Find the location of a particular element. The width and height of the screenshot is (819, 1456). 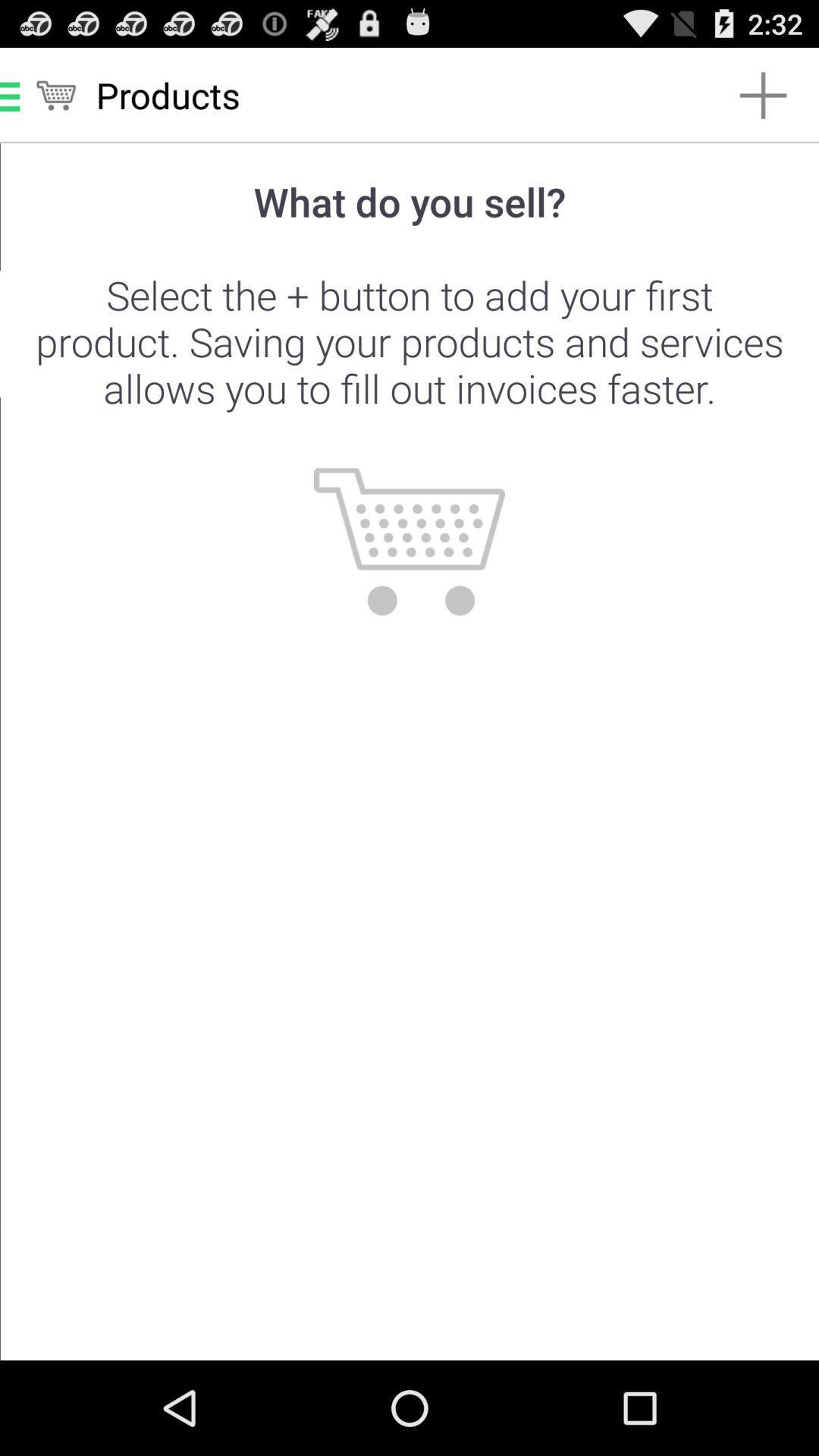

the cart symbol at top left corner of the page is located at coordinates (55, 94).